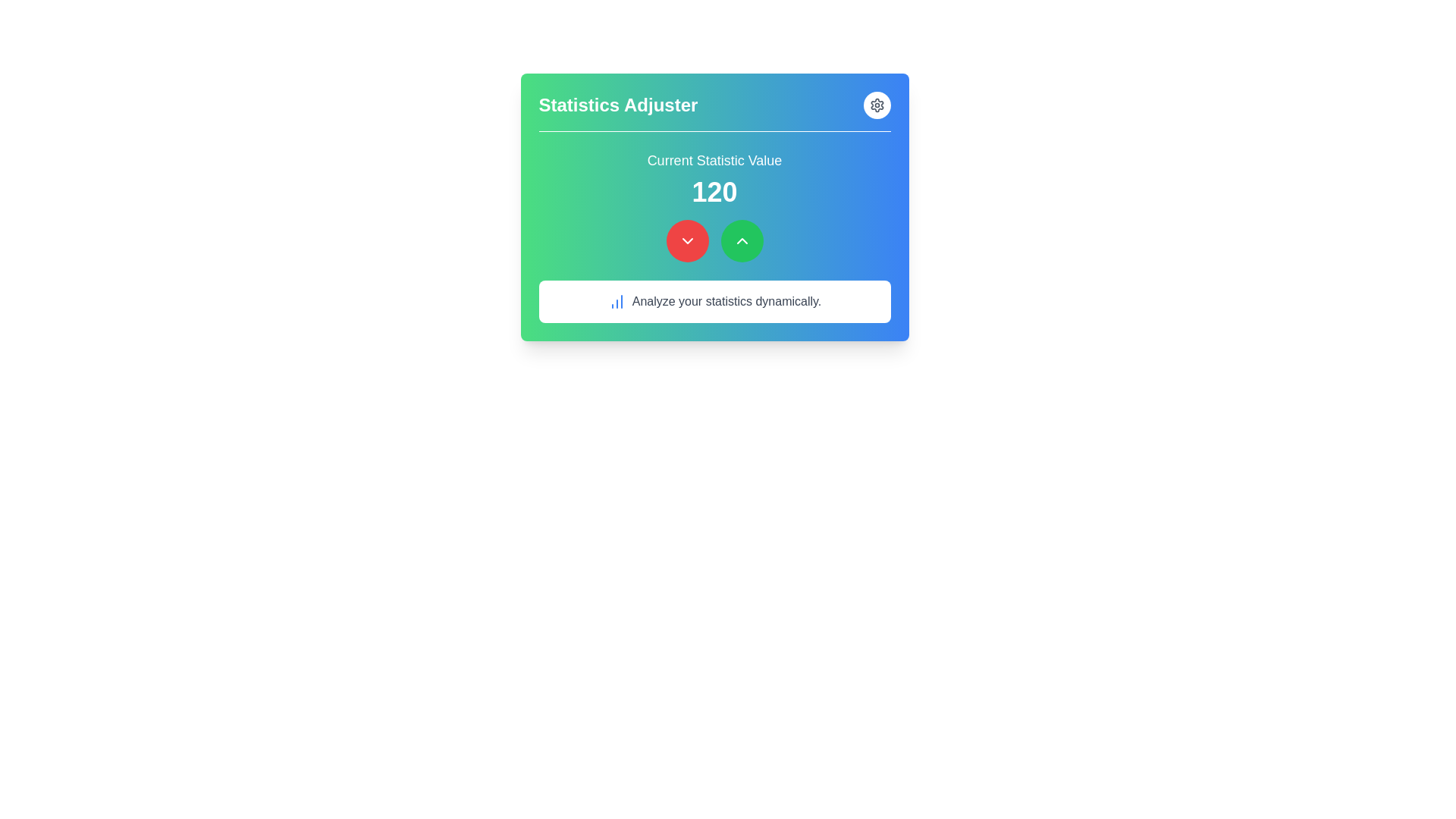 This screenshot has width=1456, height=819. I want to click on the downward-pointing chevron icon styled with thin lines and a rounded design, located inside a circular red button below the numeric display of '120', for navigation support, so click(686, 240).